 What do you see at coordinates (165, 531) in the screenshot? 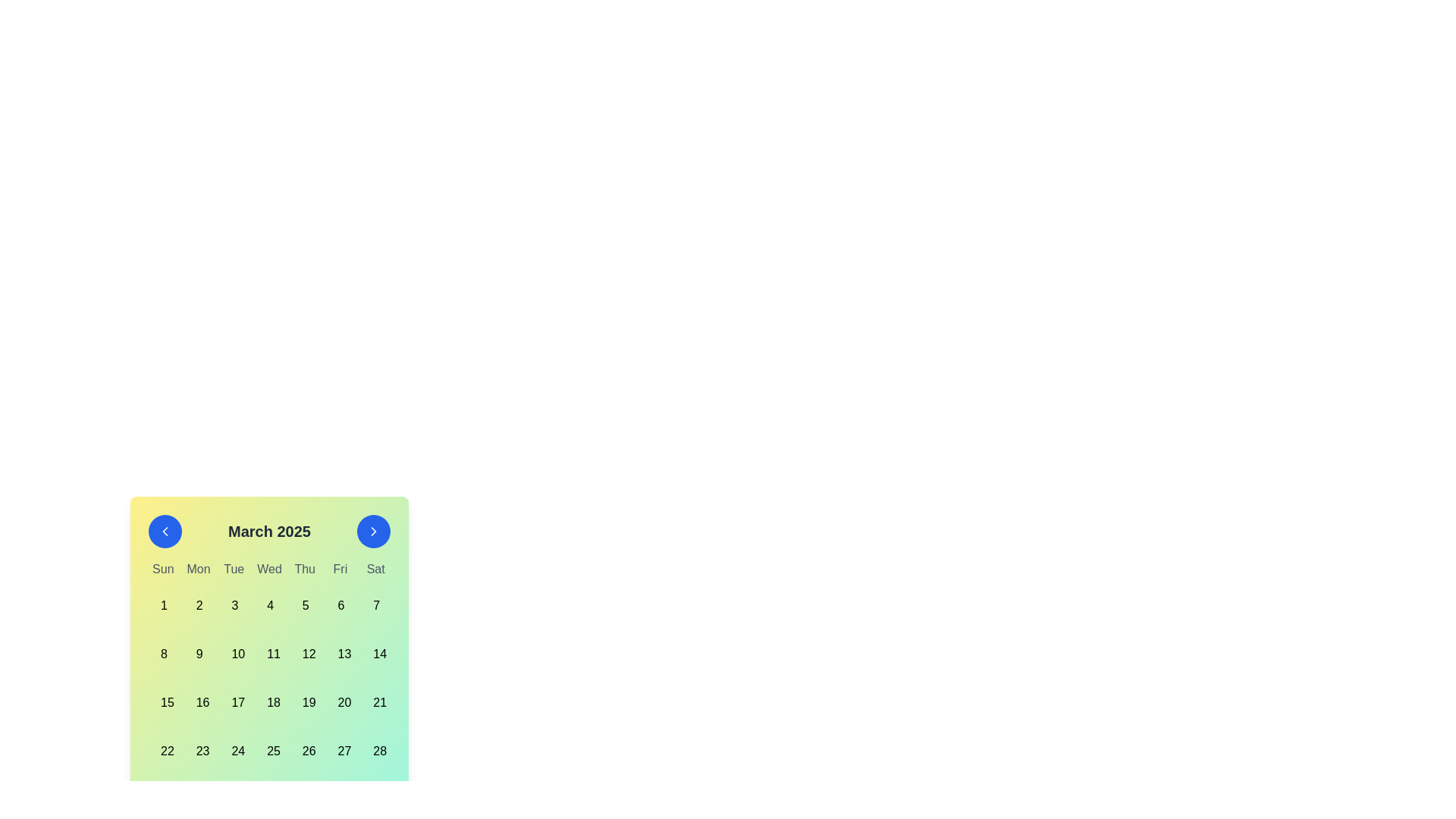
I see `the circular blue button with a white chevron symbol pointing left, located to the left of the title 'March 2025', to apply a shadow effect` at bounding box center [165, 531].